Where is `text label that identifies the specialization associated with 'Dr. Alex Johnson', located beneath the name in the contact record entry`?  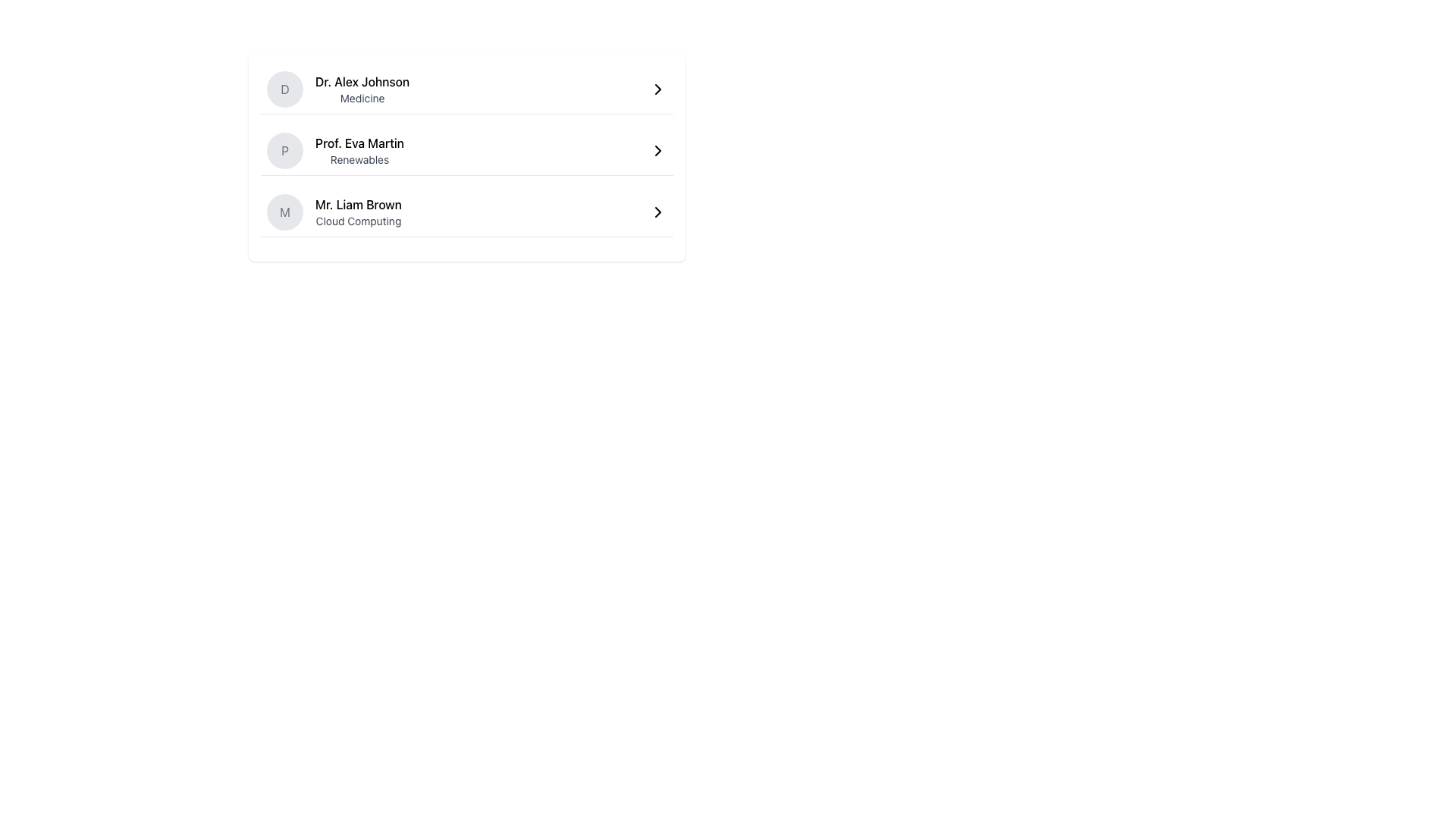 text label that identifies the specialization associated with 'Dr. Alex Johnson', located beneath the name in the contact record entry is located at coordinates (362, 99).